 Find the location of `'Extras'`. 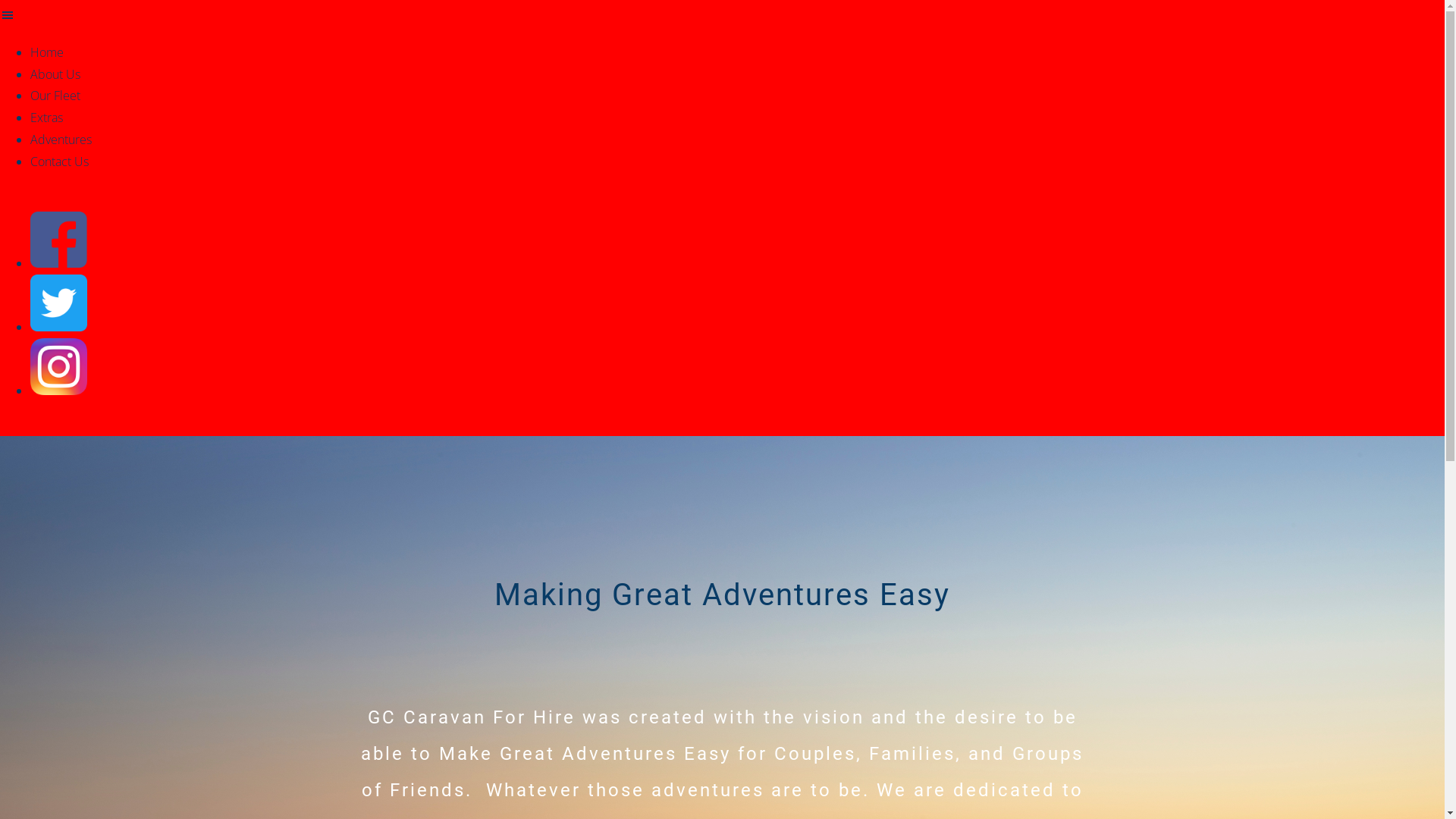

'Extras' is located at coordinates (46, 116).